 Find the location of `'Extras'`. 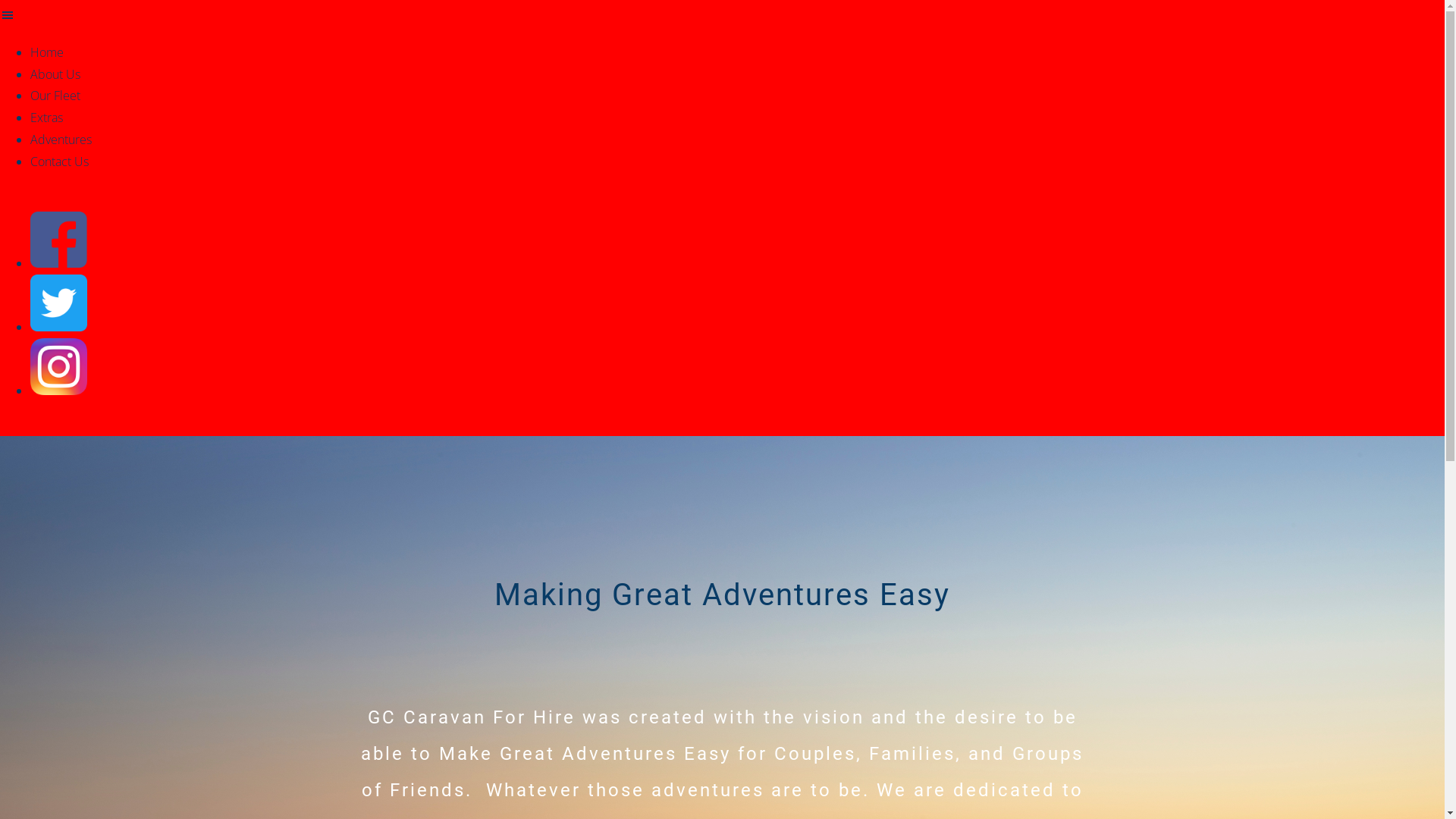

'Extras' is located at coordinates (46, 116).